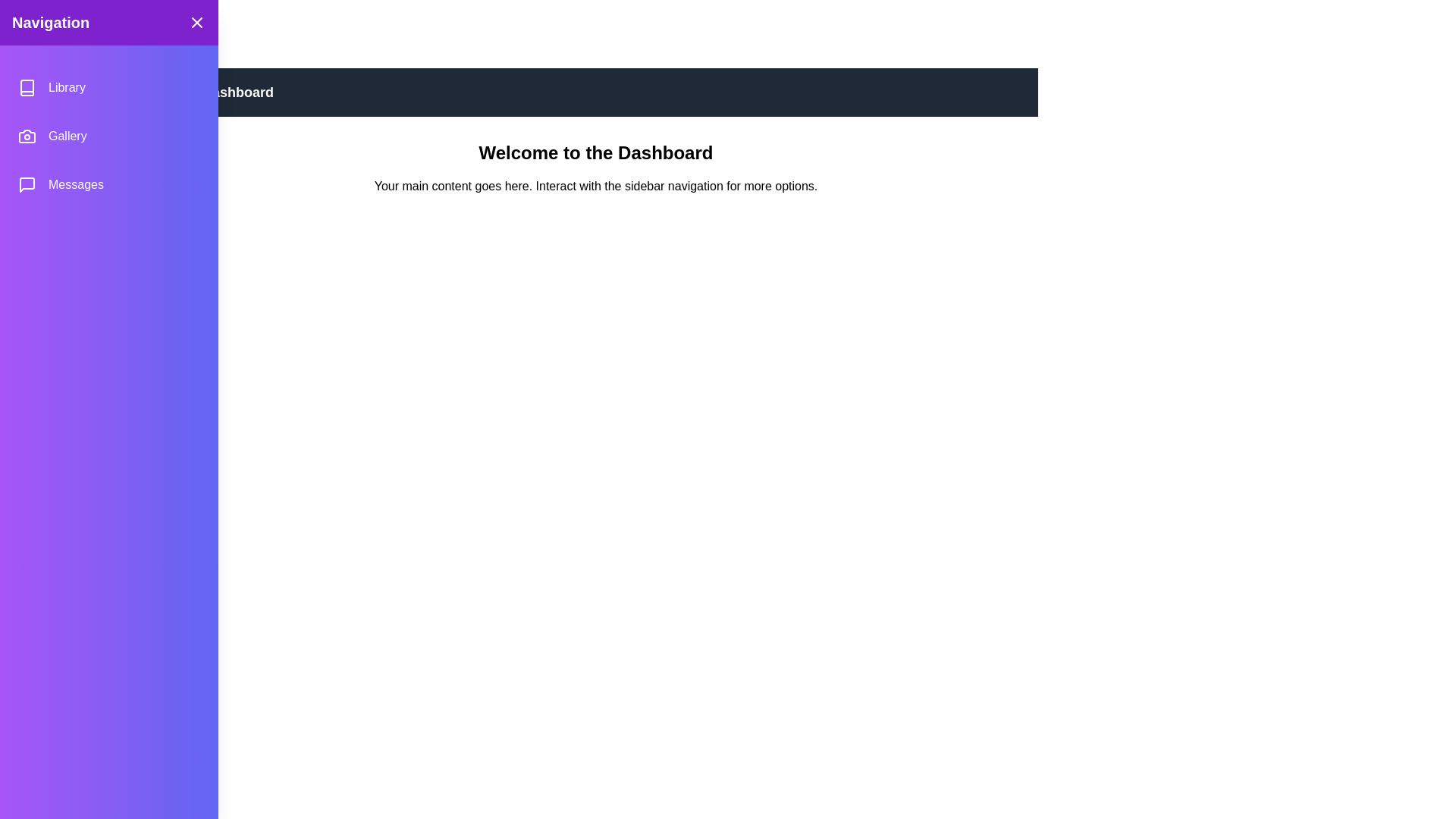 The width and height of the screenshot is (1456, 819). Describe the element at coordinates (27, 87) in the screenshot. I see `the small book icon located at the start of the 'Library' row in the sidebar, representing library-related content` at that location.